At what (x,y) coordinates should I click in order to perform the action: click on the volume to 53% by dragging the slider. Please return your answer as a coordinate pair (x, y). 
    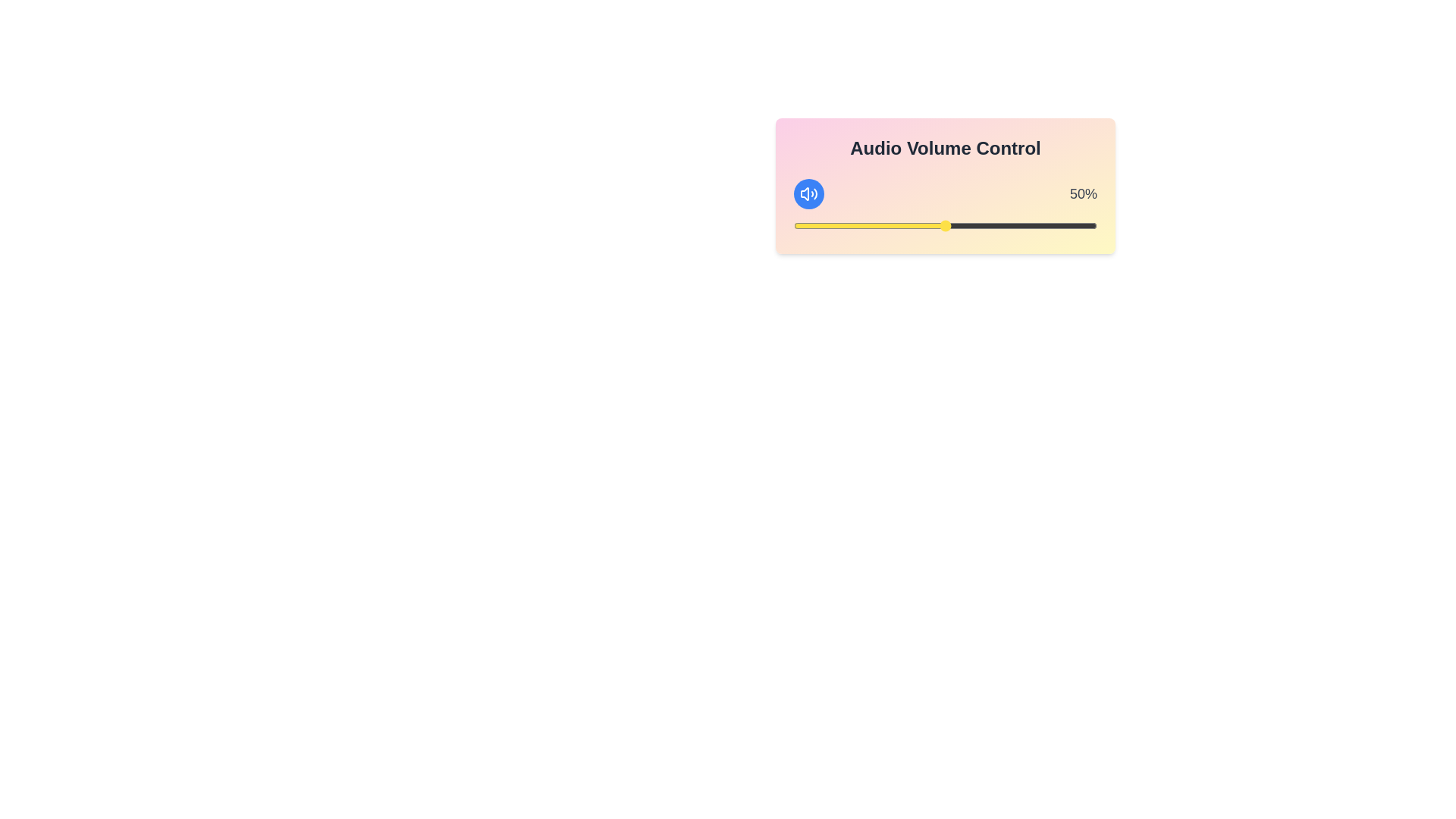
    Looking at the image, I should click on (953, 225).